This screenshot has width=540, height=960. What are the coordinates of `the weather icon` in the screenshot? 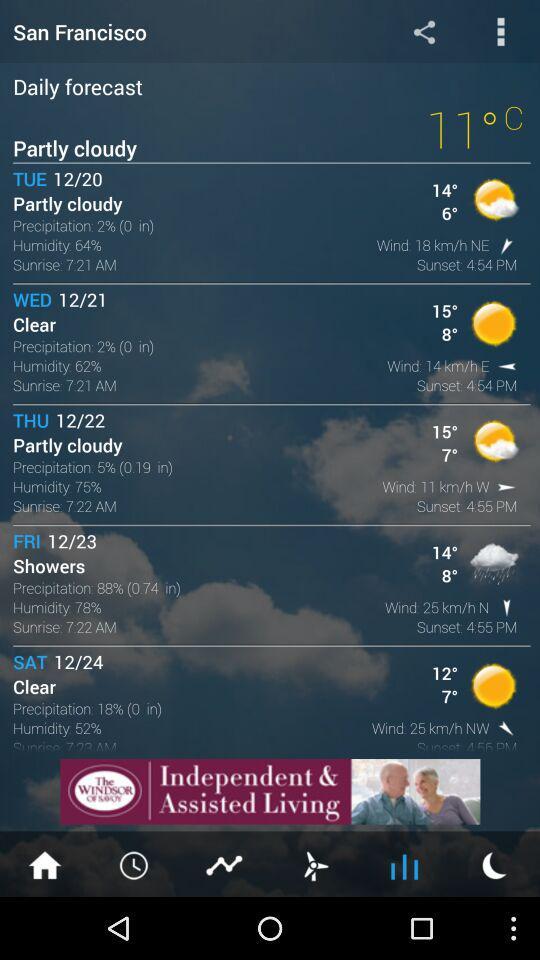 It's located at (494, 925).